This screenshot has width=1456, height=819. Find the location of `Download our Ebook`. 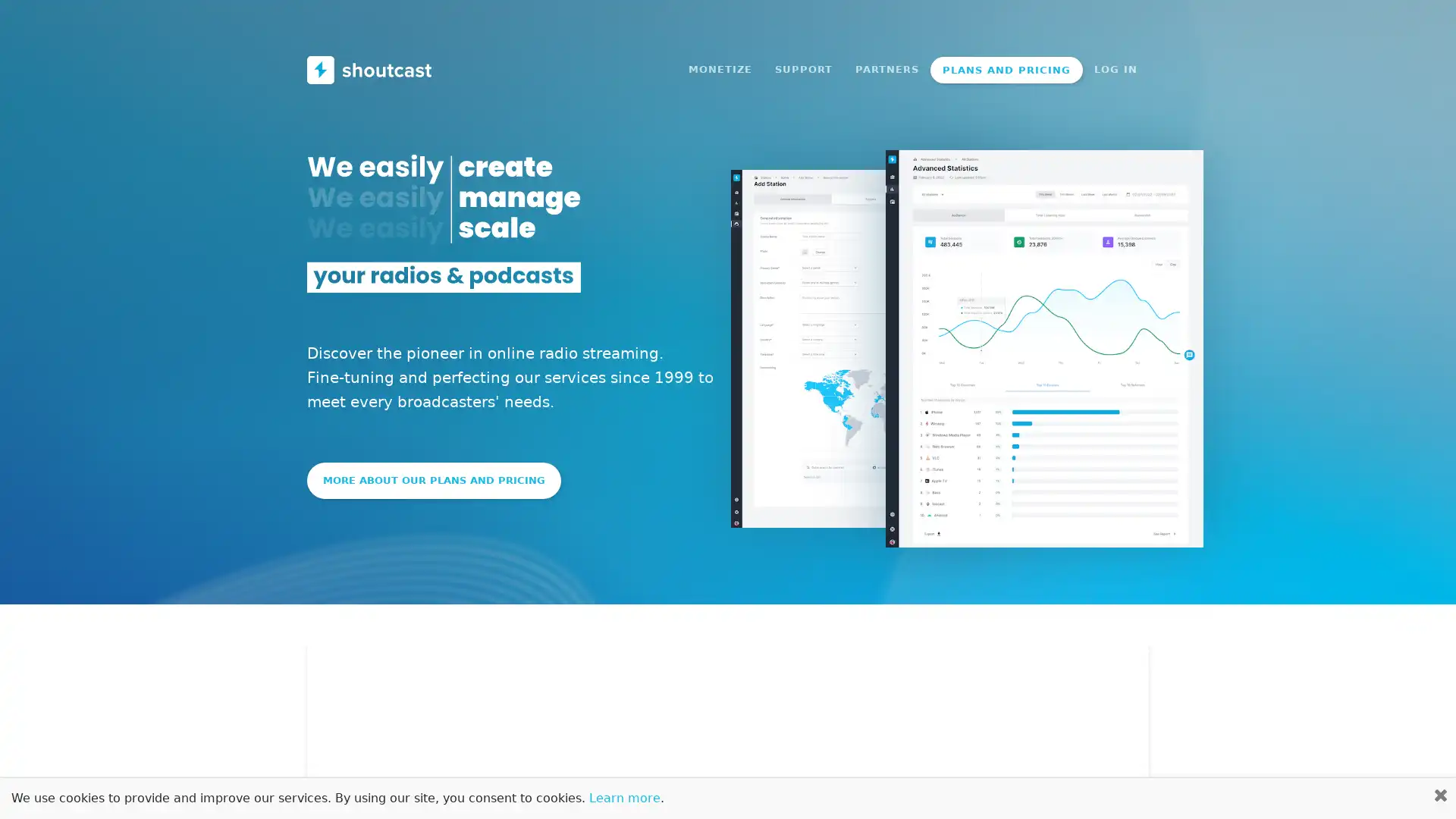

Download our Ebook is located at coordinates (858, 17).